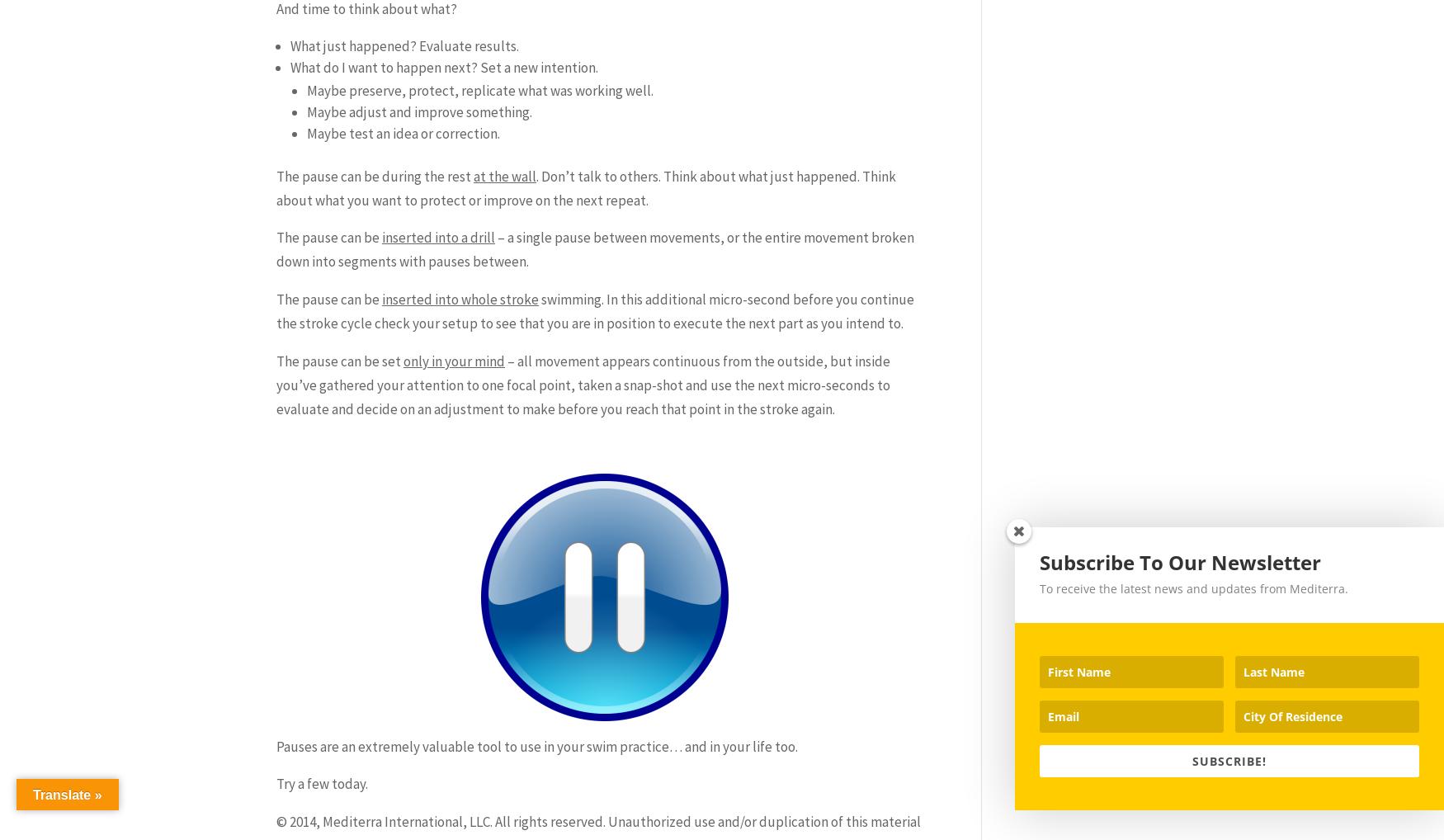 Image resolution: width=1444 pixels, height=840 pixels. What do you see at coordinates (32, 794) in the screenshot?
I see `'Translate »'` at bounding box center [32, 794].